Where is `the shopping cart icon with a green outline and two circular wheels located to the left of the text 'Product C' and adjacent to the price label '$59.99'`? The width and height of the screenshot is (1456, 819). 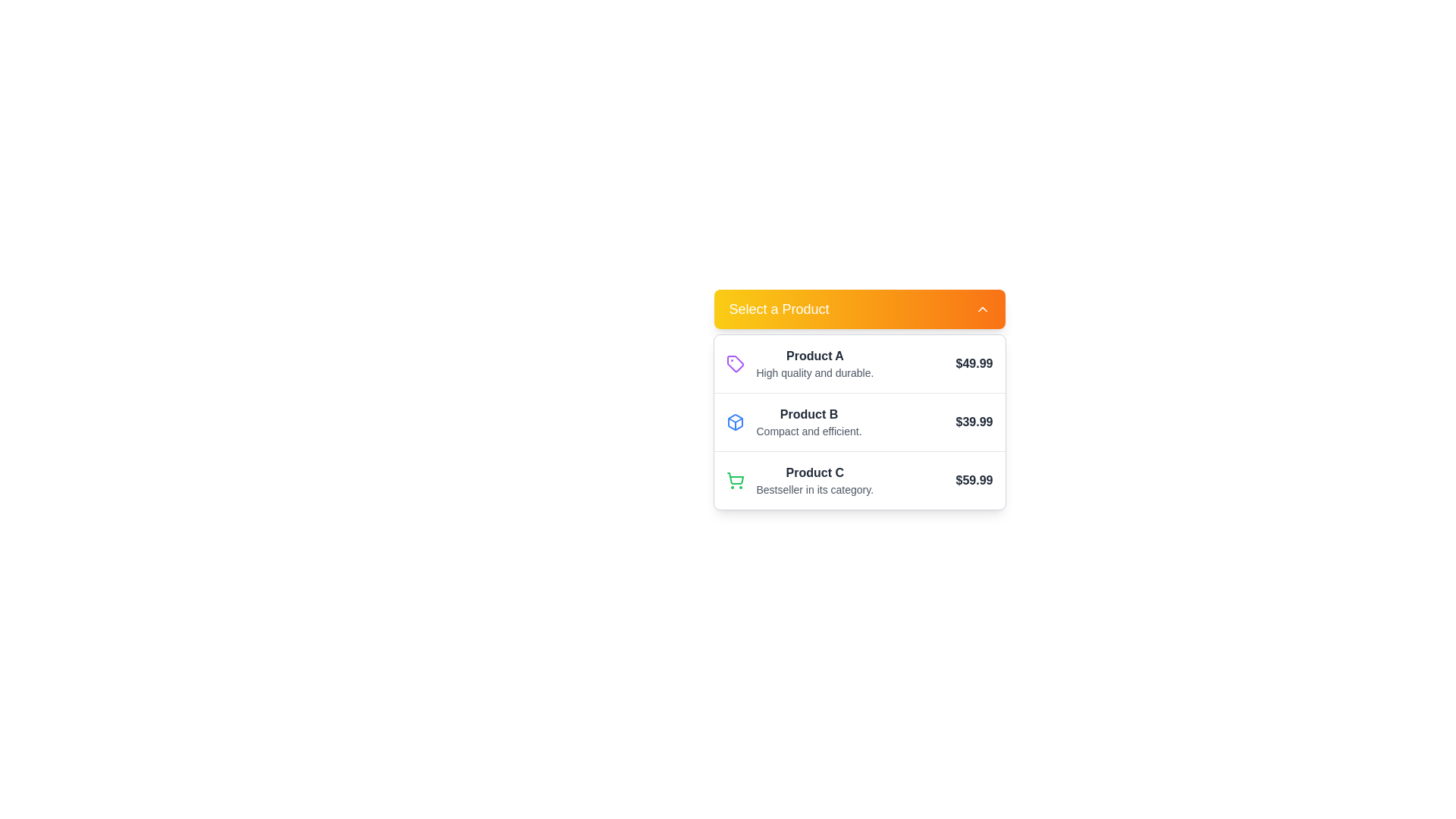
the shopping cart icon with a green outline and two circular wheels located to the left of the text 'Product C' and adjacent to the price label '$59.99' is located at coordinates (735, 480).